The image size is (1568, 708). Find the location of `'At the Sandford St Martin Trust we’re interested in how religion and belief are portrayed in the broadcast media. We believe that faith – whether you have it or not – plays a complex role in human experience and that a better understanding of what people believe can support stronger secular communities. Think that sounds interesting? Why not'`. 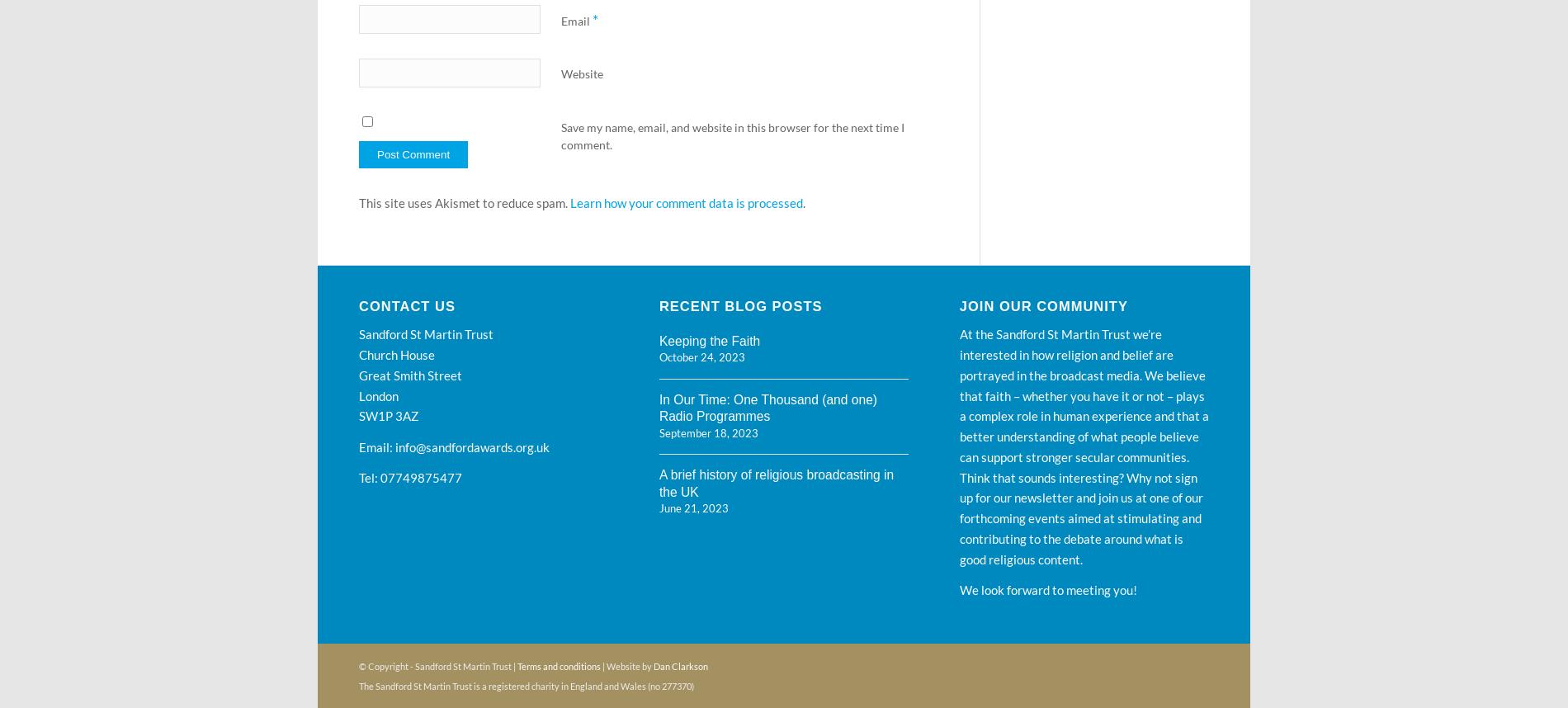

'At the Sandford St Martin Trust we’re interested in how religion and belief are portrayed in the broadcast media. We believe that faith – whether you have it or not – plays a complex role in human experience and that a better understanding of what people believe can support stronger secular communities. Think that sounds interesting? Why not' is located at coordinates (1083, 404).